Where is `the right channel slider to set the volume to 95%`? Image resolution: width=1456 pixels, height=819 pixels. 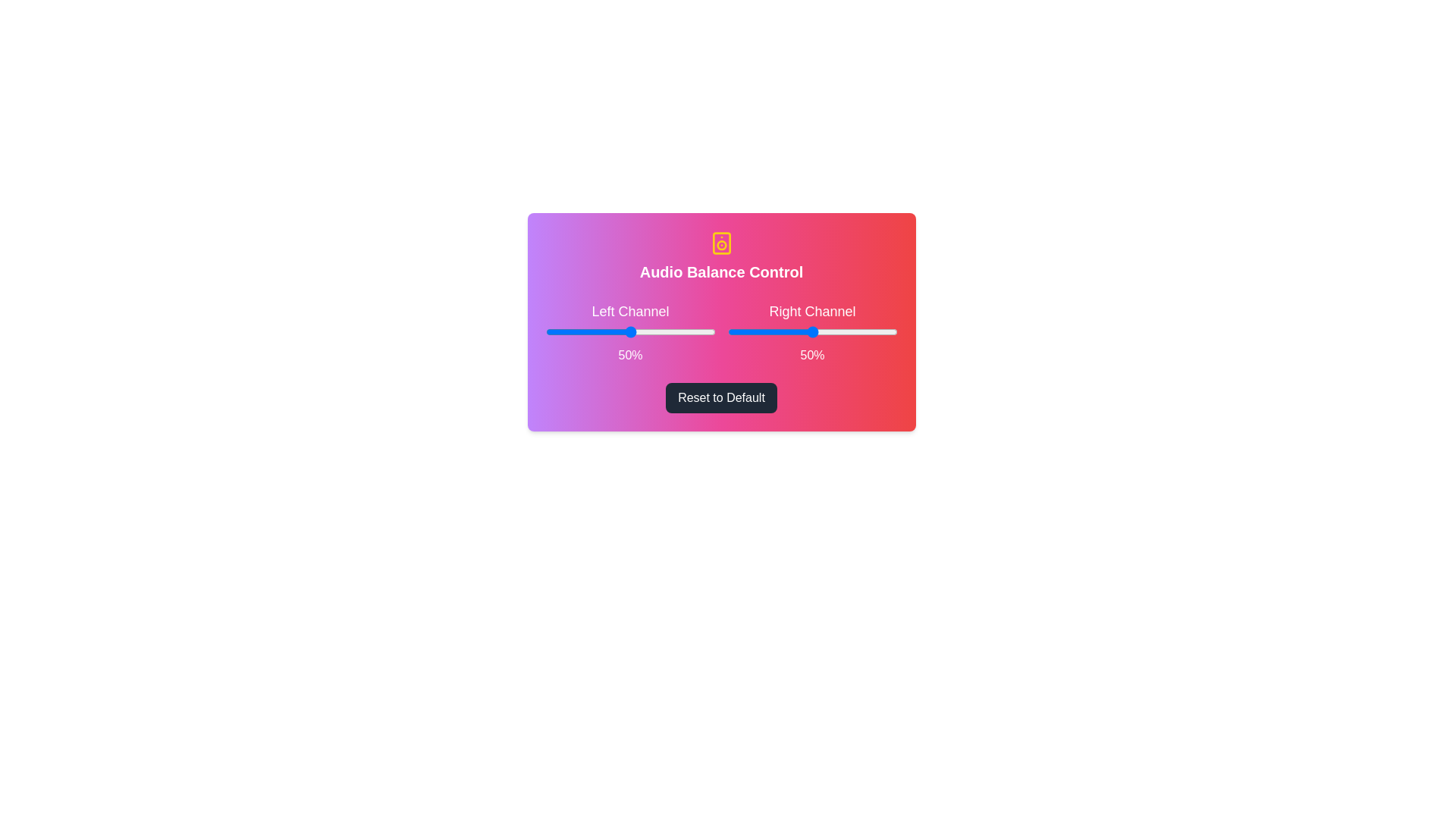 the right channel slider to set the volume to 95% is located at coordinates (889, 331).